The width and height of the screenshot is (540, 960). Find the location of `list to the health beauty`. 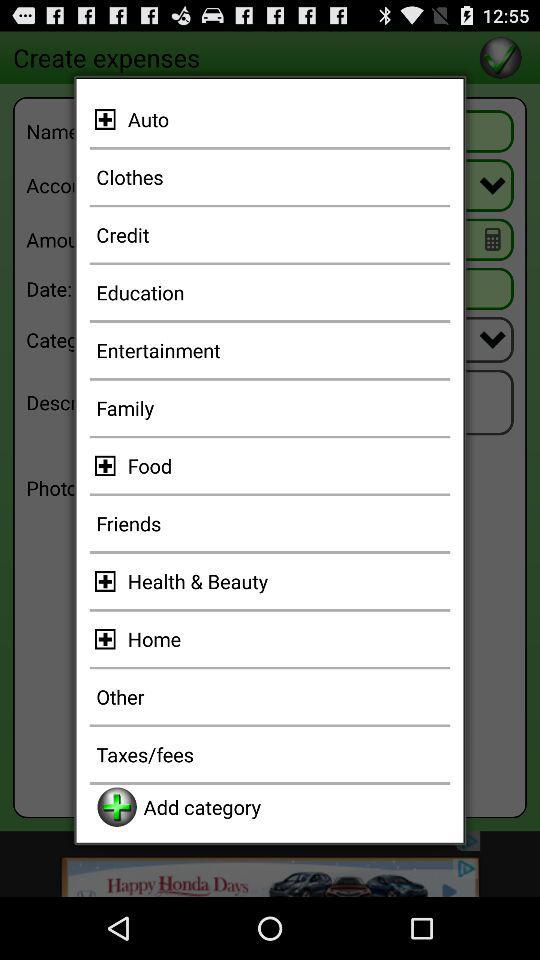

list to the health beauty is located at coordinates (108, 581).